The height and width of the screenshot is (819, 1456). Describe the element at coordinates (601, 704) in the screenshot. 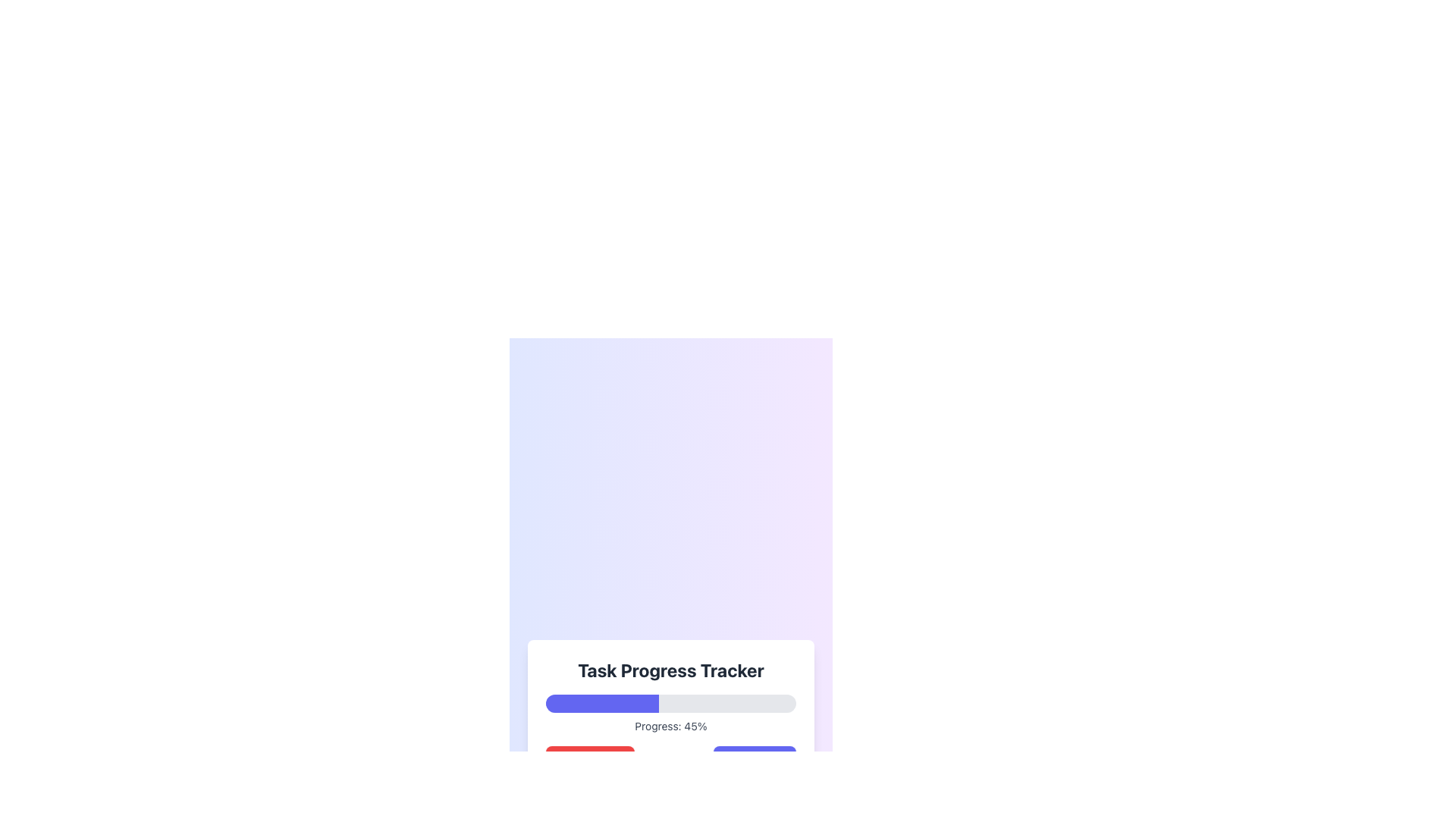

I see `the filled portion of the progress bar in the 'Task Progress Tracker' card, which is represented by a solid indigo rectangle occupying approximately 45% of the width` at that location.